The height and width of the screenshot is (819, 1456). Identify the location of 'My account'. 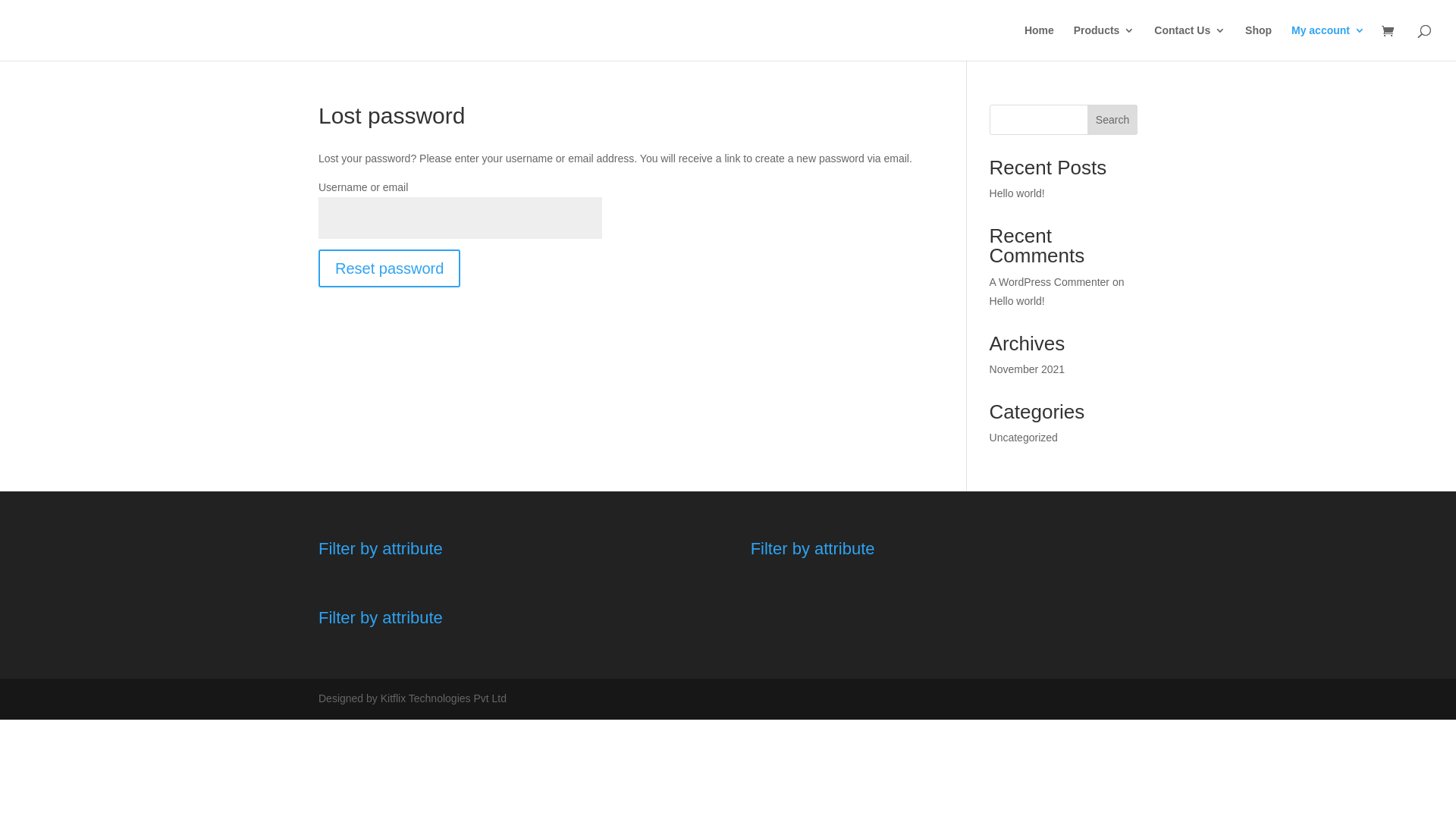
(1327, 42).